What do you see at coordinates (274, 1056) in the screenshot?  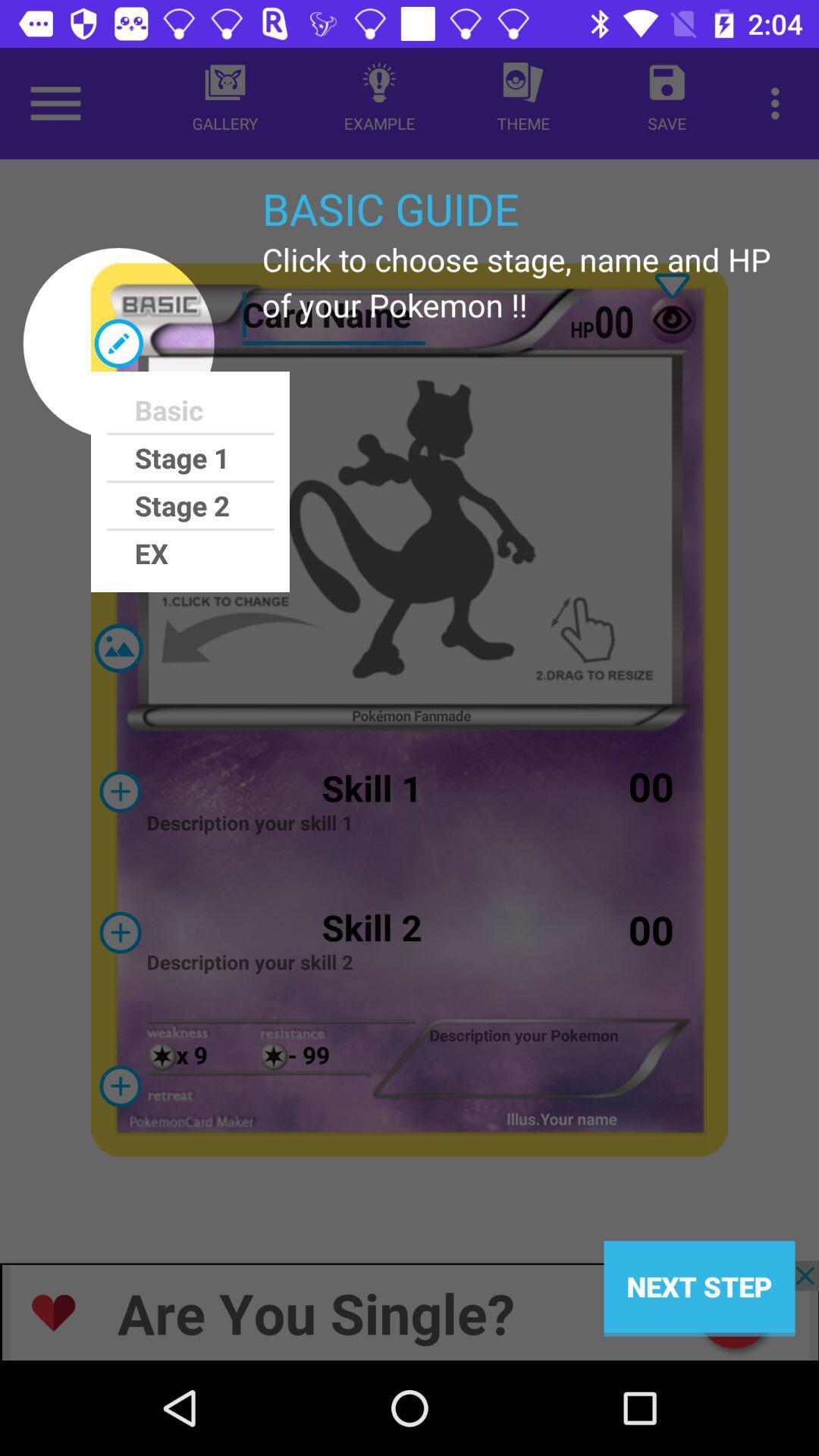 I see `the star icon` at bounding box center [274, 1056].